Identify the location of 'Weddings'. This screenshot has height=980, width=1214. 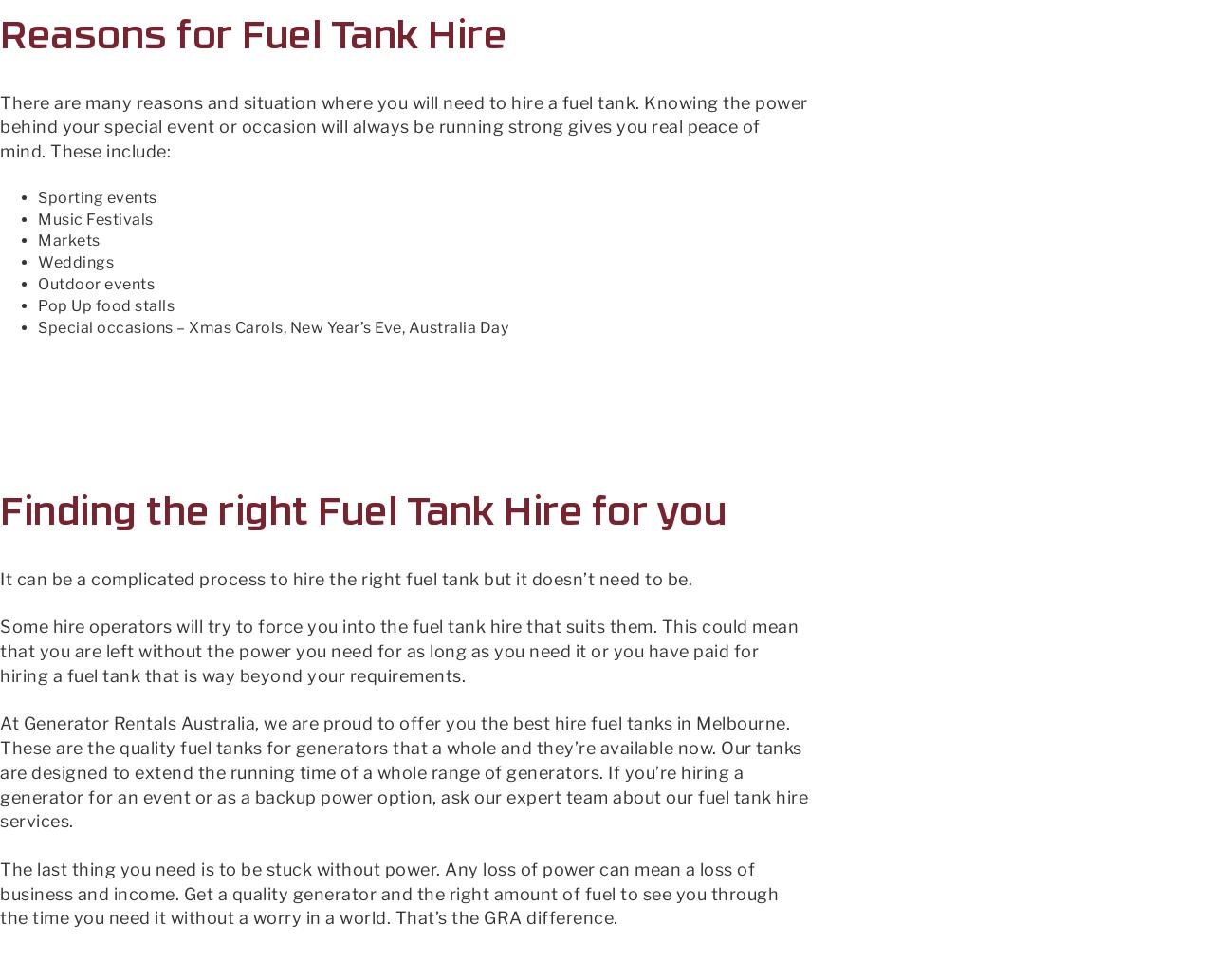
(37, 261).